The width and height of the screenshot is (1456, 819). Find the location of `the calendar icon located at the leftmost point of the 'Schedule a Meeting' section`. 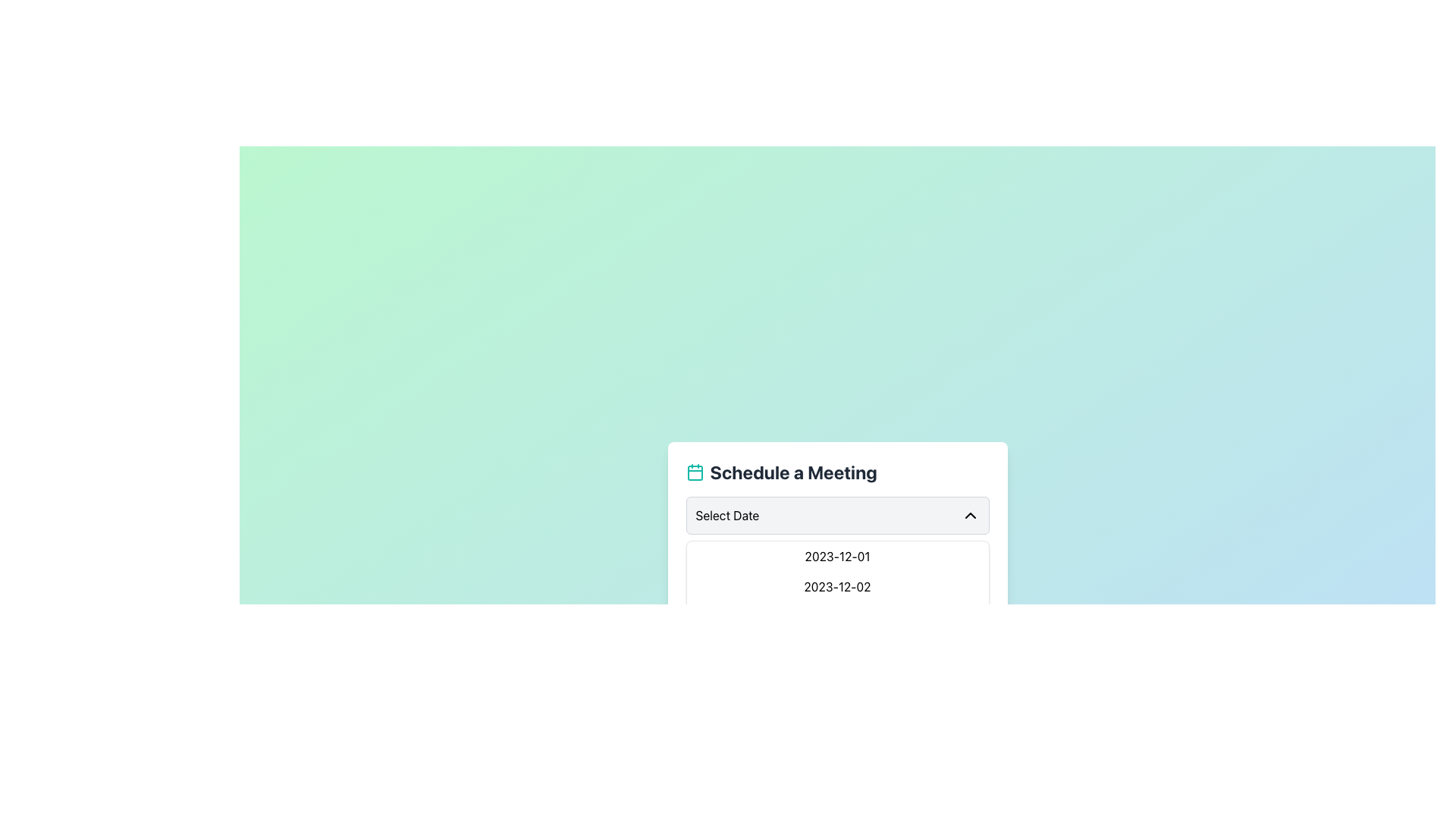

the calendar icon located at the leftmost point of the 'Schedule a Meeting' section is located at coordinates (694, 472).